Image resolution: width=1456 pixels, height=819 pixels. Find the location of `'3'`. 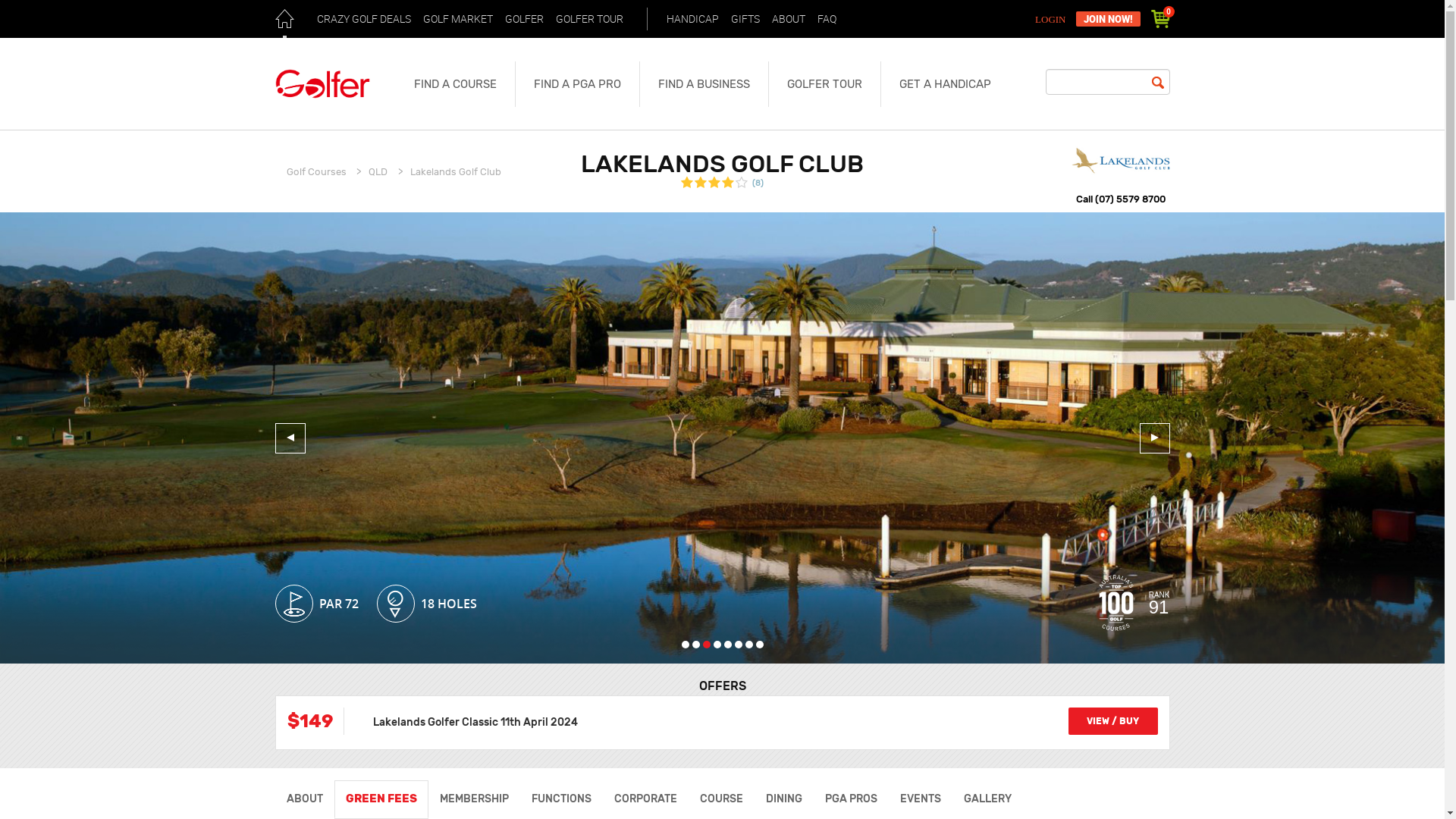

'3' is located at coordinates (705, 644).